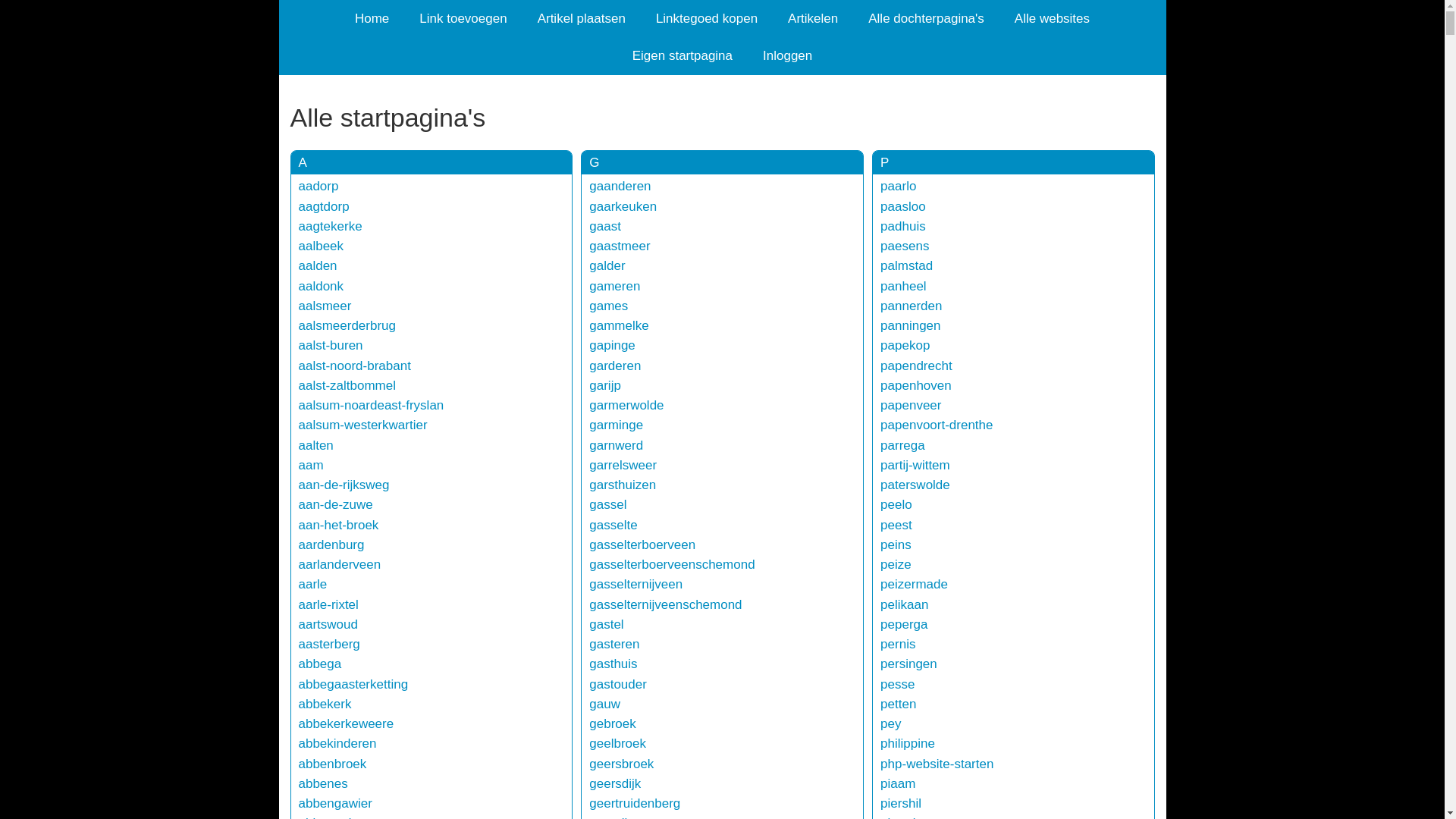 The width and height of the screenshot is (1456, 819). What do you see at coordinates (339, 564) in the screenshot?
I see `'aarlanderveen'` at bounding box center [339, 564].